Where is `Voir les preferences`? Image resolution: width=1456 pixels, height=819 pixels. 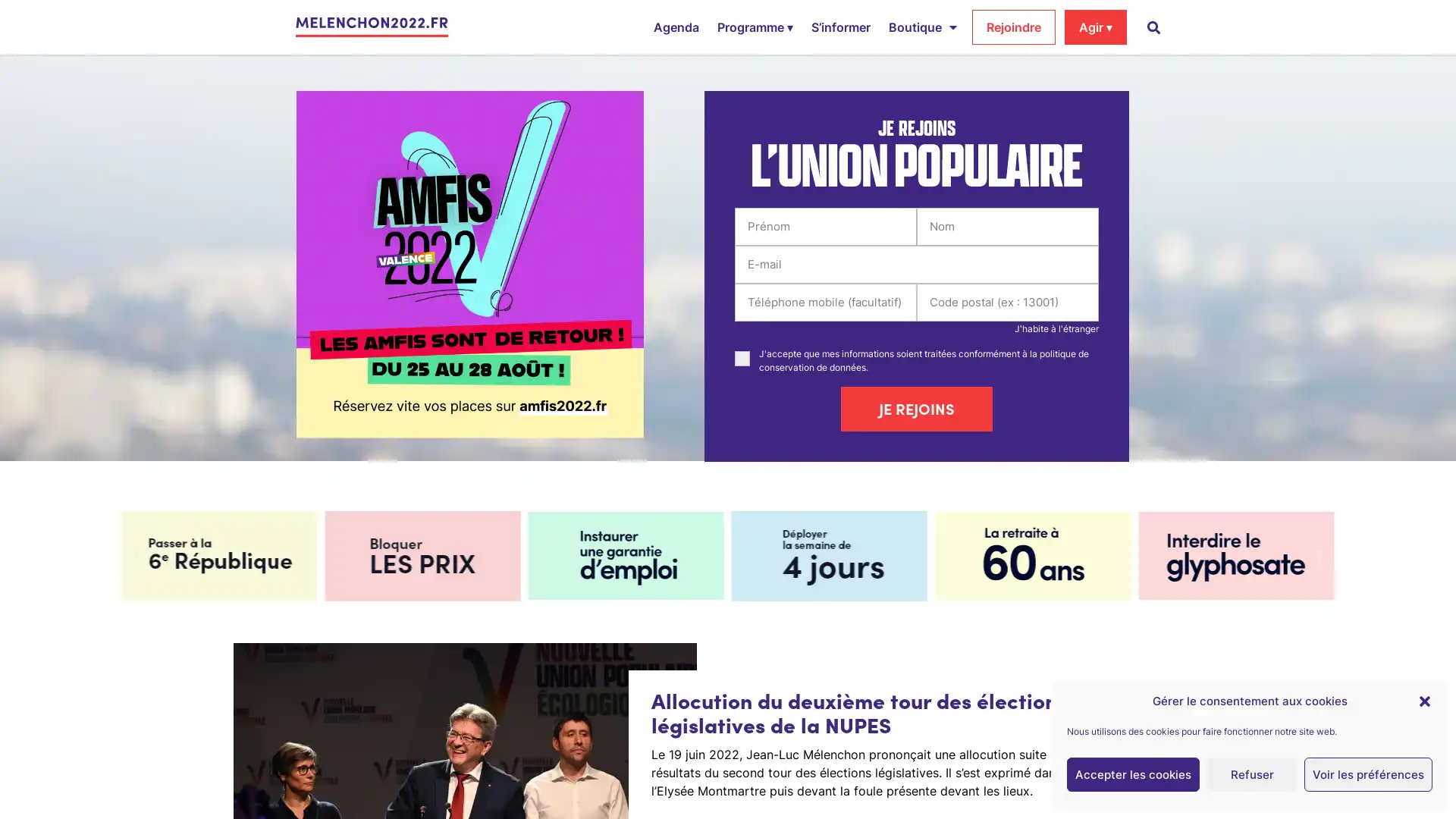
Voir les preferences is located at coordinates (1368, 774).